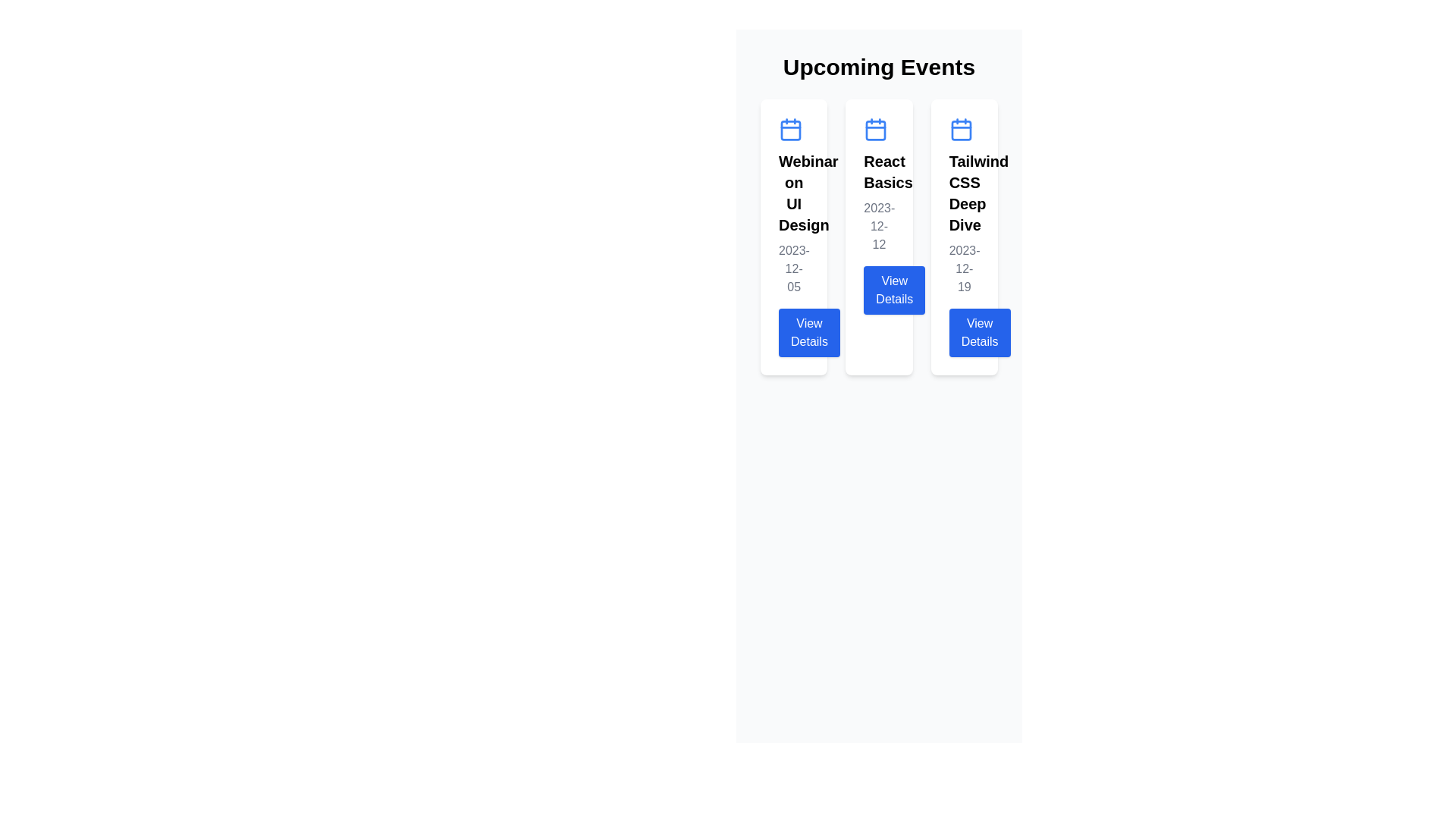 This screenshot has height=819, width=1456. I want to click on the static text label displaying the date of the event, which is located below the title 'Webinar on UI Design' and above the 'View Details' button in the leftmost event card, so click(793, 268).